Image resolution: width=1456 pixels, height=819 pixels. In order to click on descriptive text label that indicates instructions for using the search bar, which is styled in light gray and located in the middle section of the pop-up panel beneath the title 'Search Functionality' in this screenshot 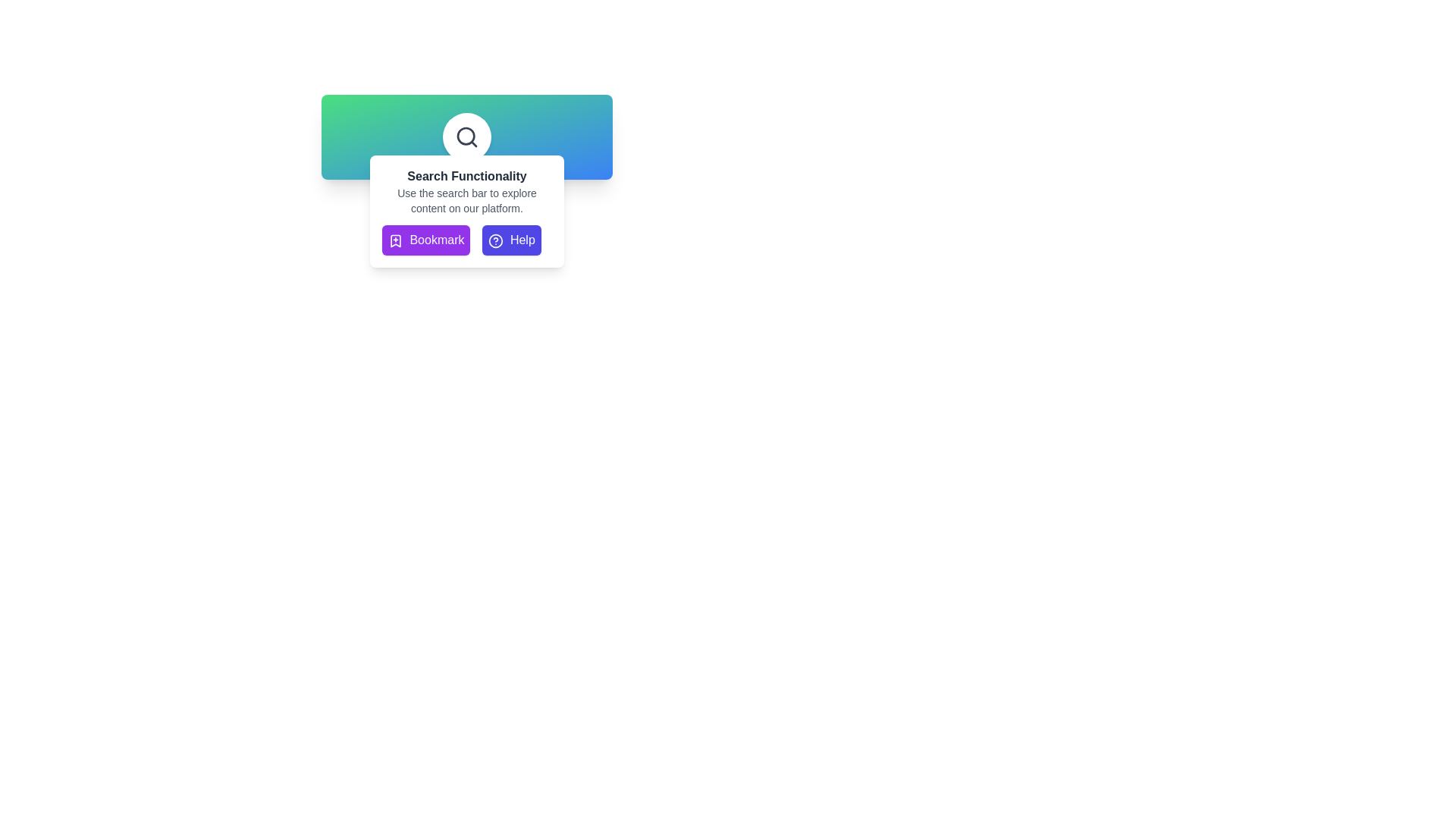, I will do `click(466, 200)`.